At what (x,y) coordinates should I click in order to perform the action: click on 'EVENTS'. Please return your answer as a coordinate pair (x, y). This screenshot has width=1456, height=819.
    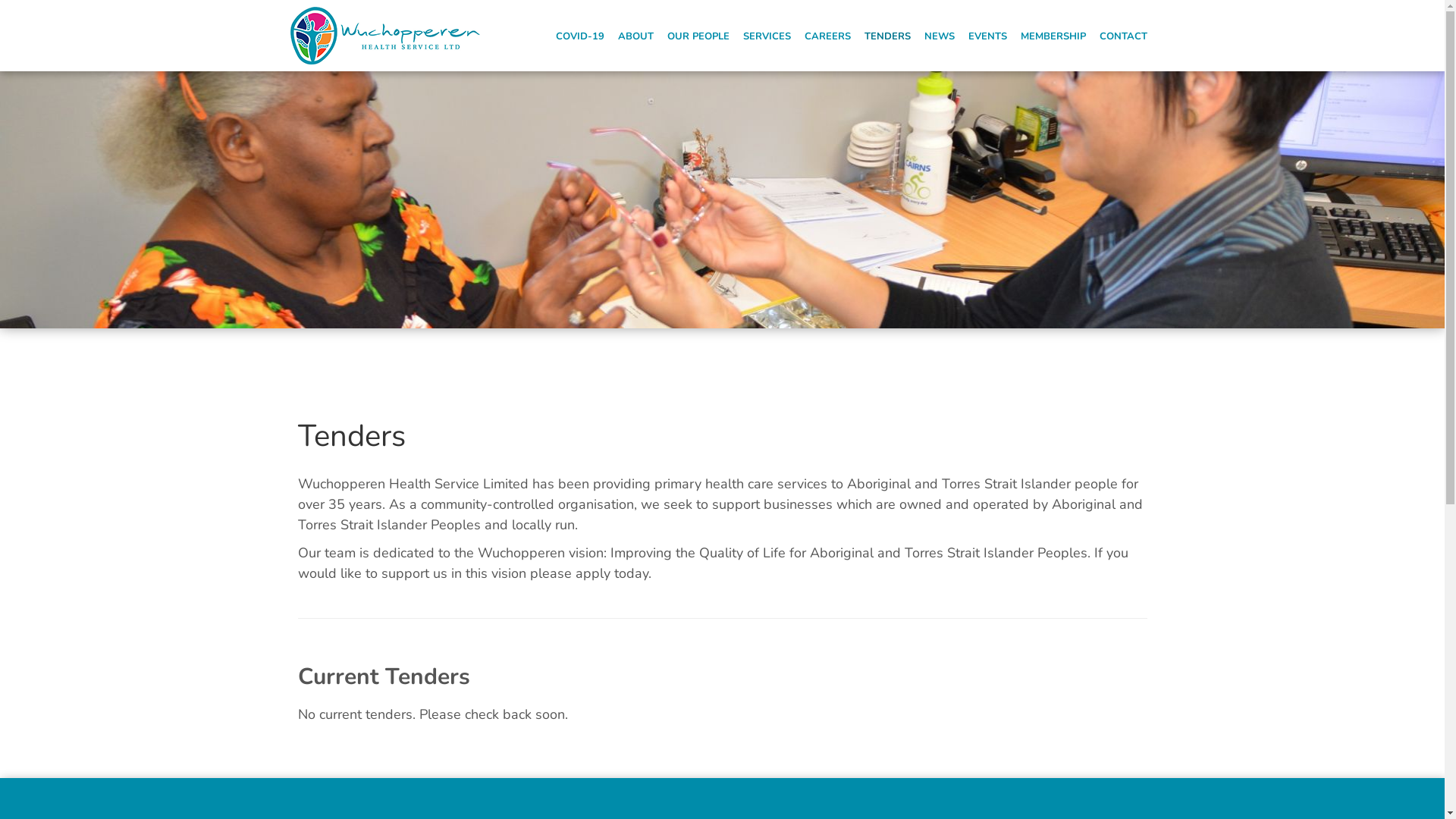
    Looking at the image, I should click on (987, 35).